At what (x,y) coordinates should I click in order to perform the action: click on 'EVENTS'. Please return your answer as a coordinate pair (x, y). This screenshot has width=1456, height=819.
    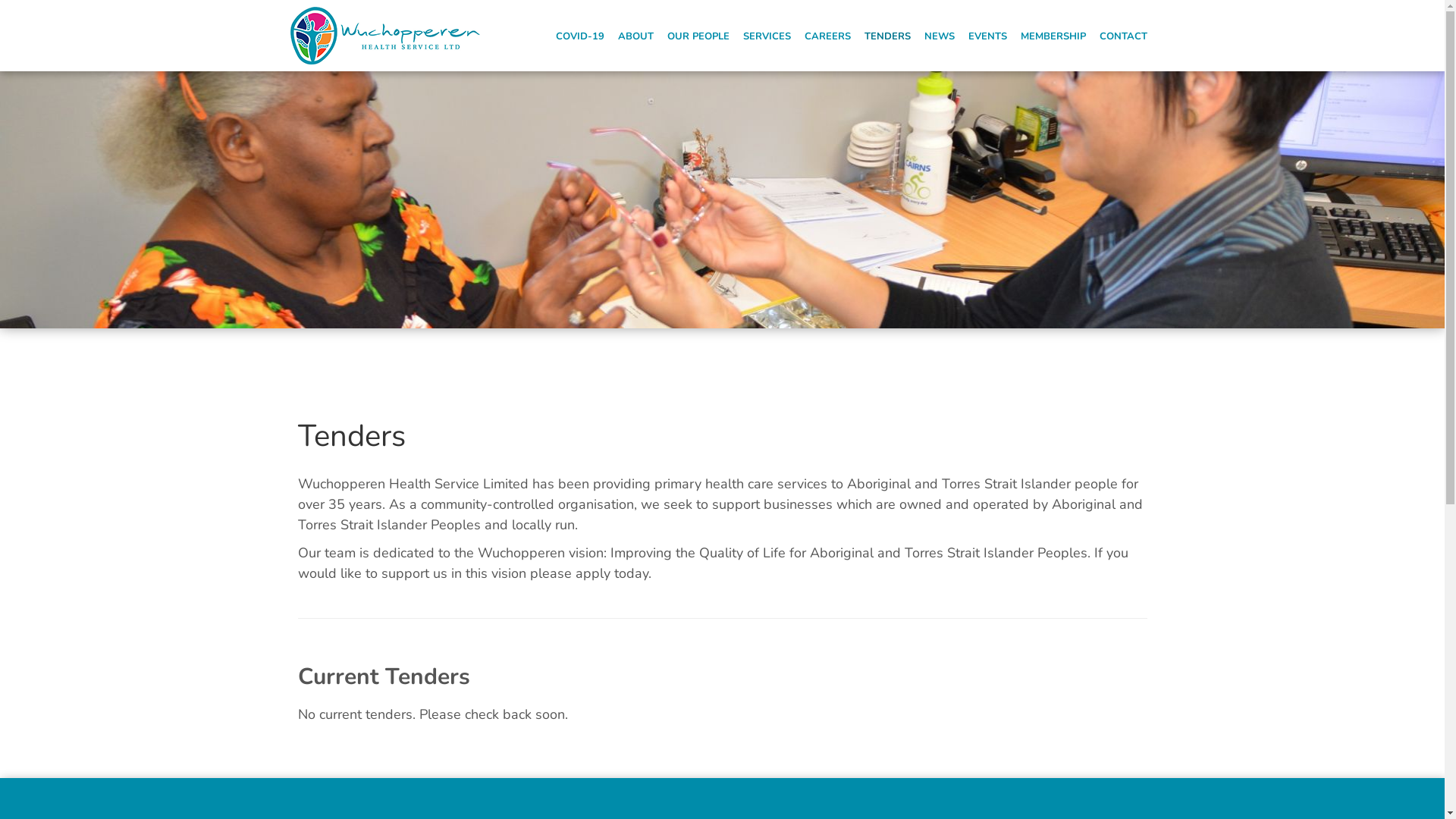
    Looking at the image, I should click on (987, 35).